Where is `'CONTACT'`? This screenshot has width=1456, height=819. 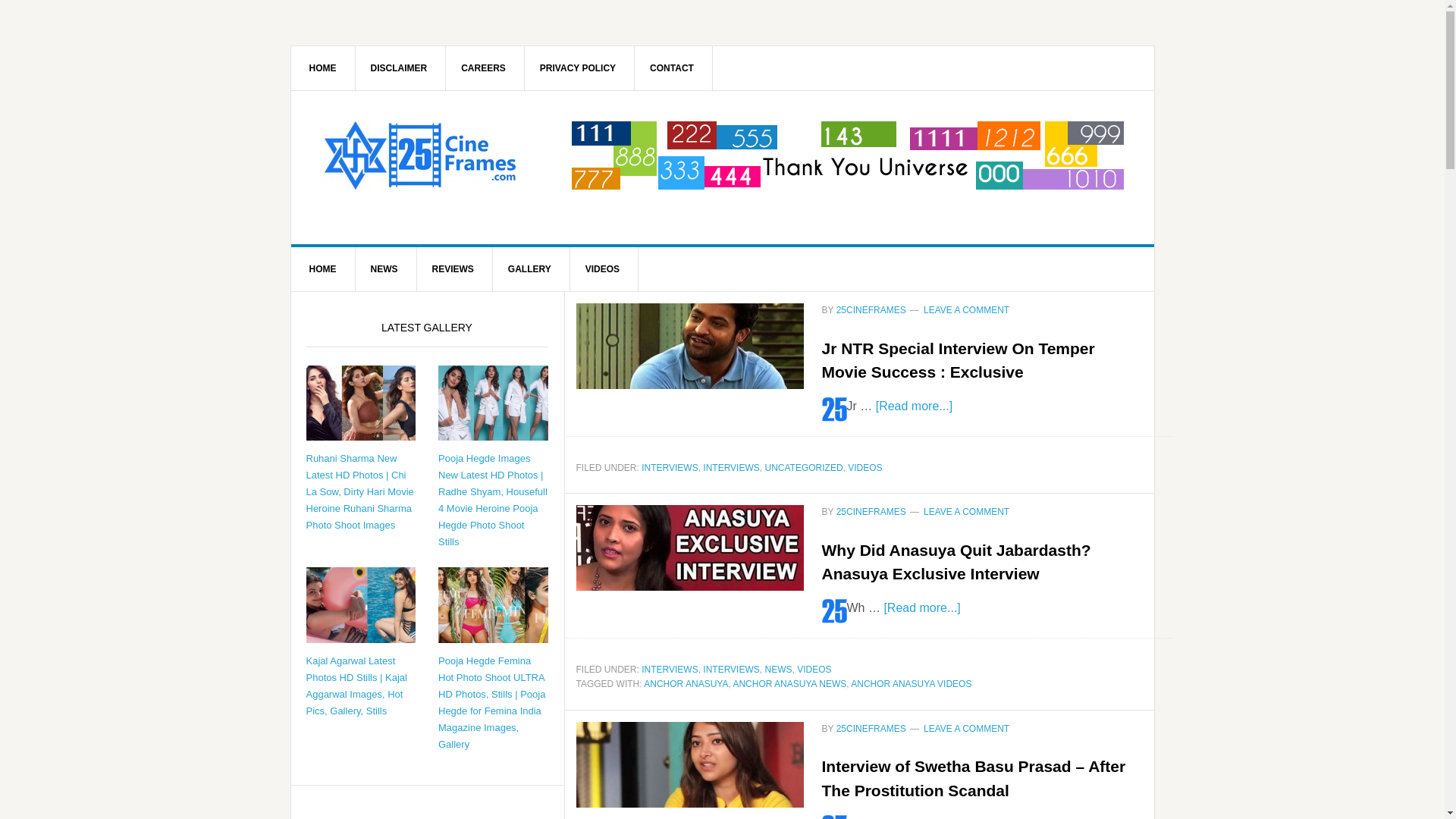 'CONTACT' is located at coordinates (671, 67).